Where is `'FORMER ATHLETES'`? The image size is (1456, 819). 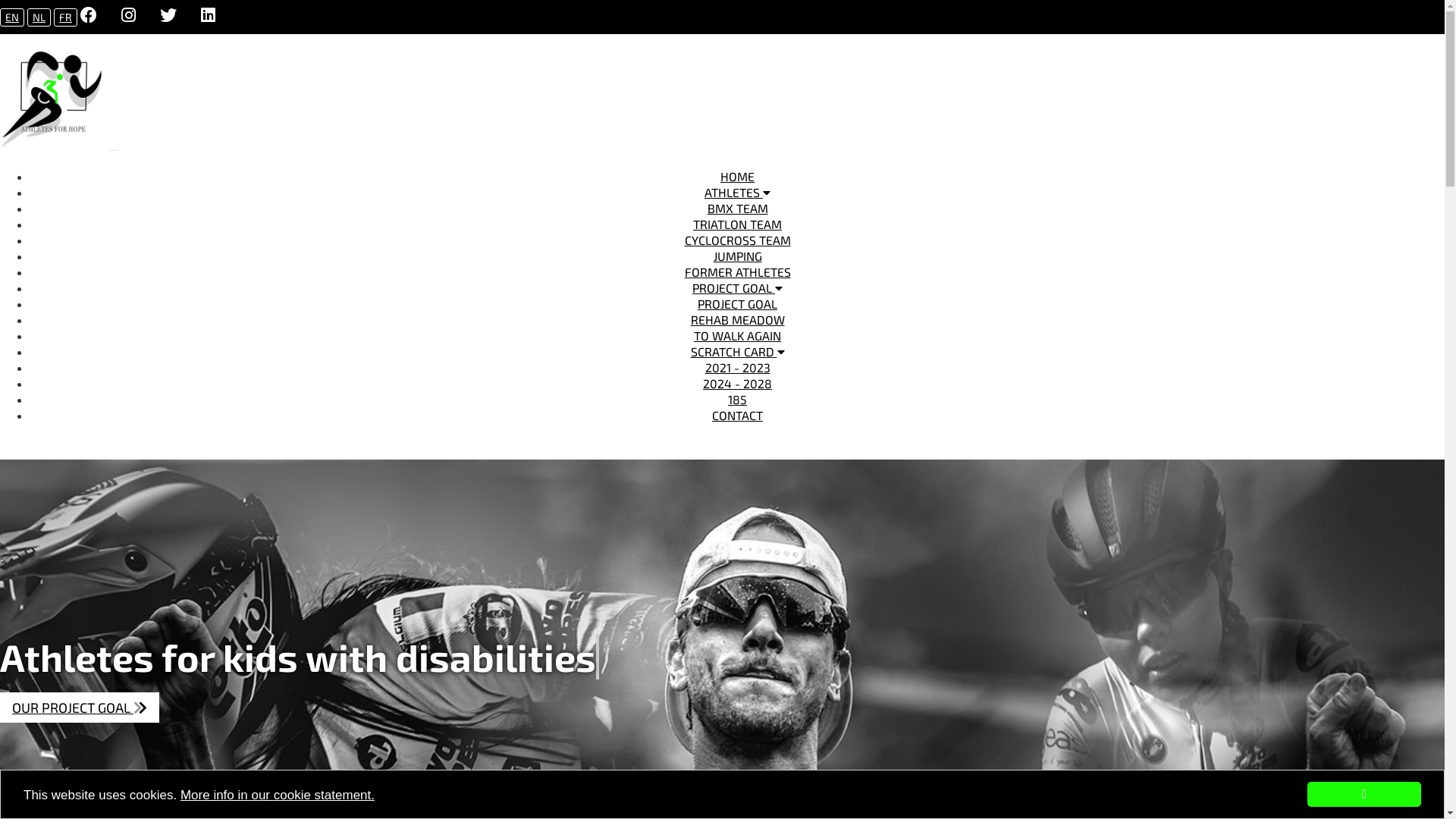 'FORMER ATHLETES' is located at coordinates (736, 271).